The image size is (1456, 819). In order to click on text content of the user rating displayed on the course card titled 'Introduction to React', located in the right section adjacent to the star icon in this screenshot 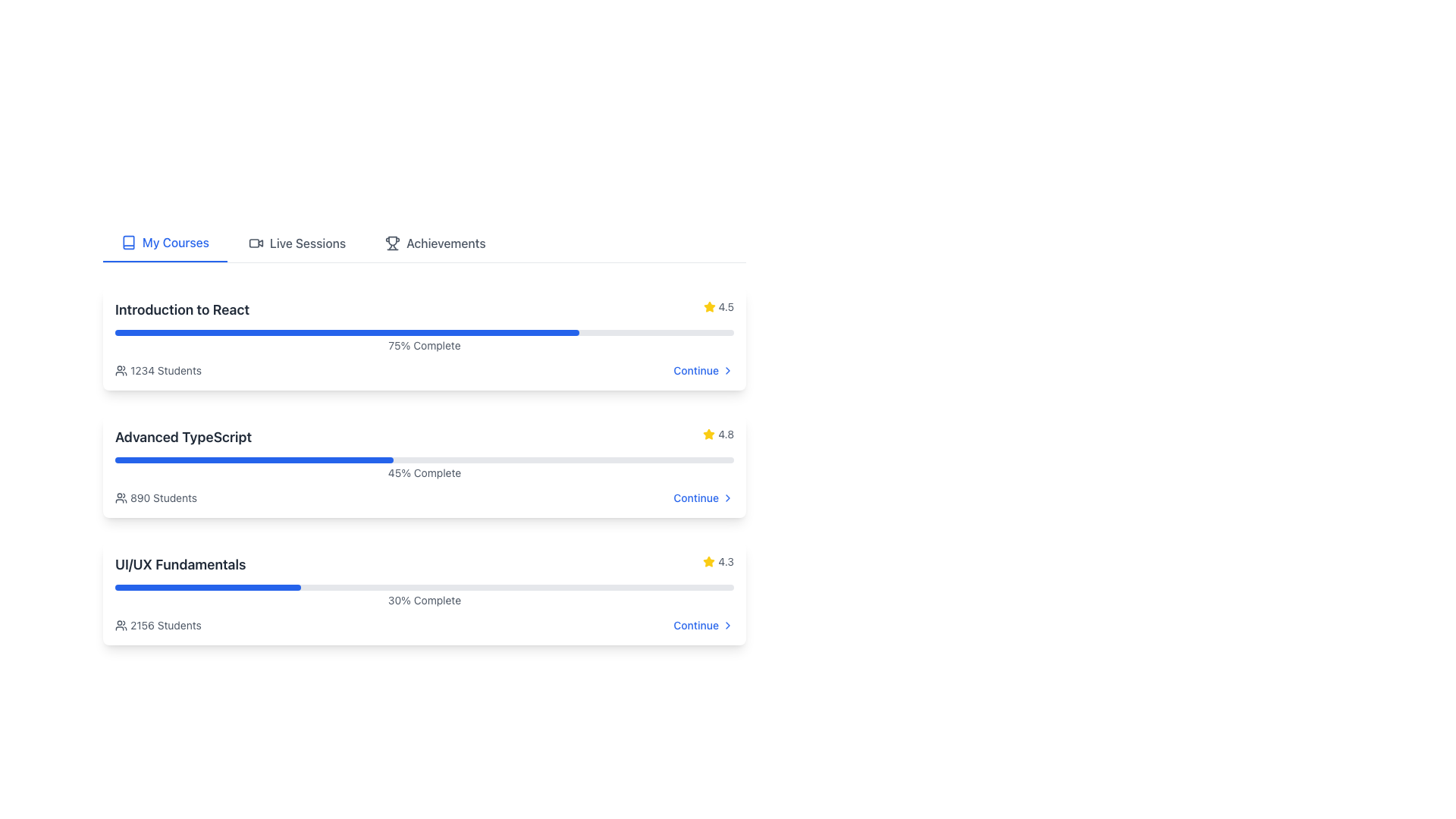, I will do `click(717, 307)`.